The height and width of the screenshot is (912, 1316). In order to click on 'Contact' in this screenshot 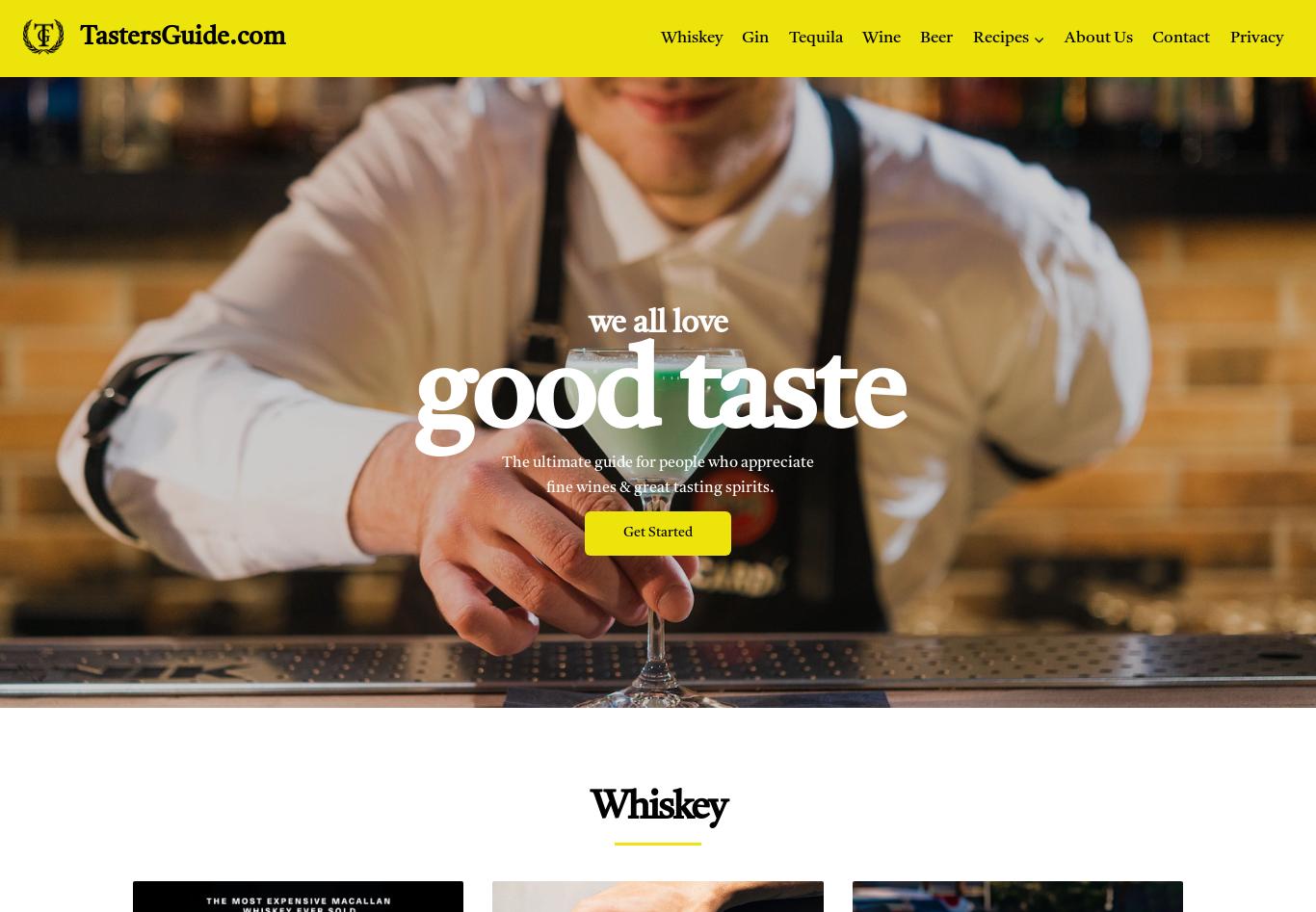, I will do `click(1180, 38)`.